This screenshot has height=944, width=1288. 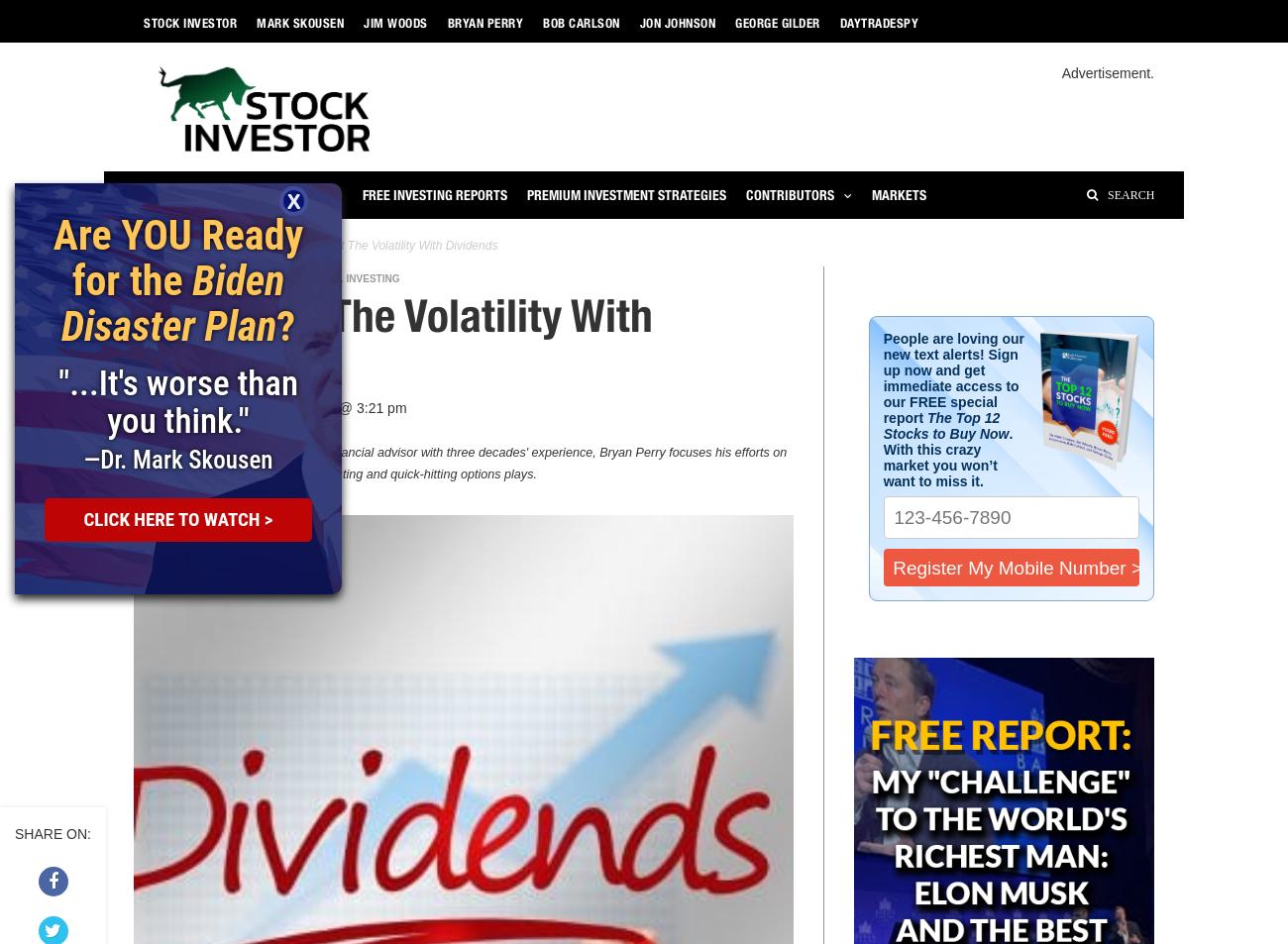 I want to click on 'A former Wall Street financial advisor with three decades' experience, Bryan Perry focuses his efforts on high-yield income investing and quick-hitting options plays.', so click(x=499, y=462).